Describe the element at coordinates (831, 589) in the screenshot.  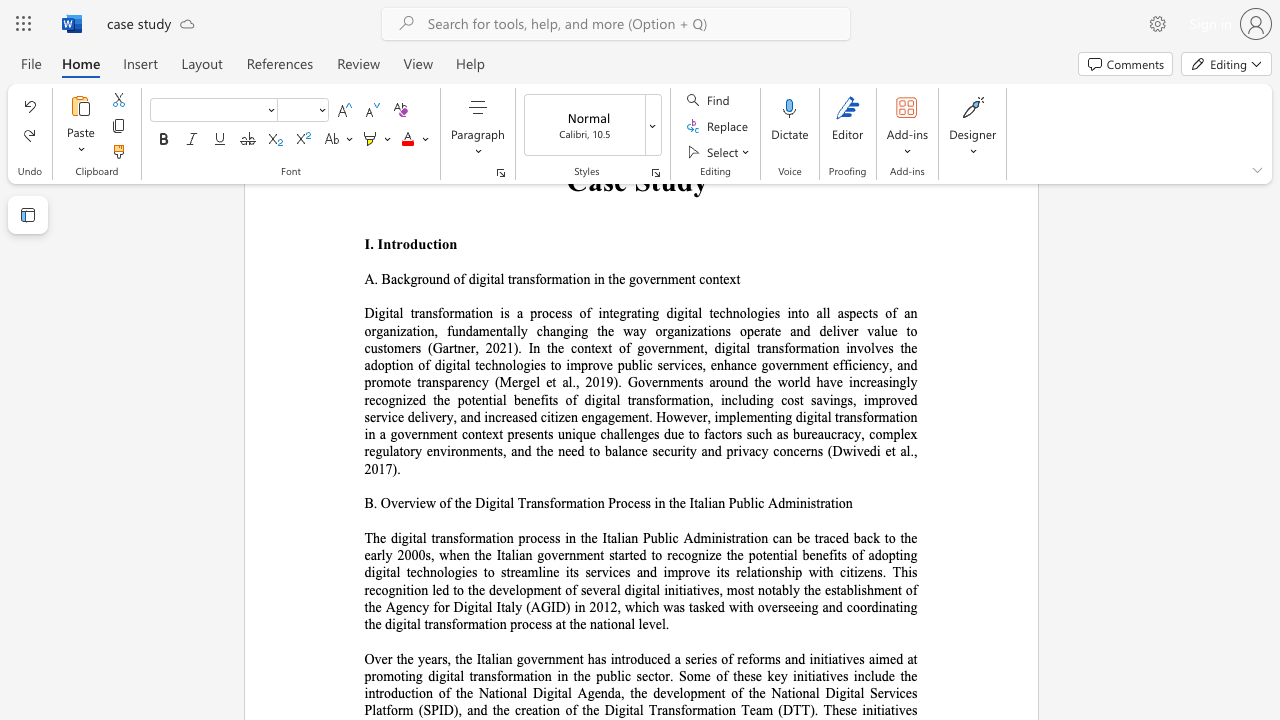
I see `the subset text "stablishment of the" within the text "The digital transformation process in the Italian Public Administration can be traced back to the early 2000s, when the Italian government started to recognize the potential benefits of adopting digital technologies to streamline its services and improve its relationship with citizens. This recognition led to the development of several digital initiatives, most notably the establishment of the Agency for Digital Italy (AGID) in 2012, which was tasked with overseeing and coordinating the digital transformati"` at that location.